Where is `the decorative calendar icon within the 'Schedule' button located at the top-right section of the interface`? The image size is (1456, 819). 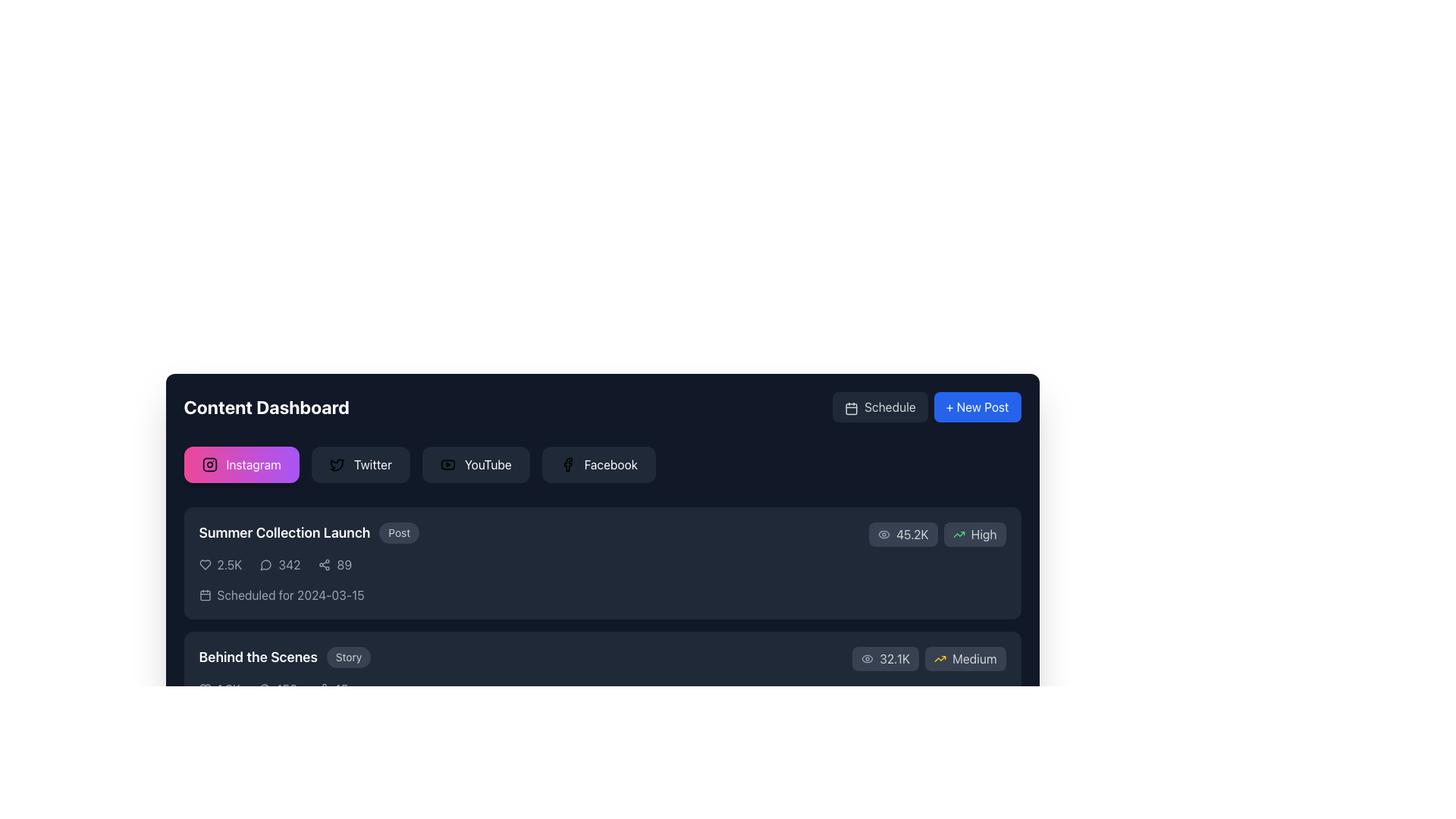 the decorative calendar icon within the 'Schedule' button located at the top-right section of the interface is located at coordinates (852, 408).